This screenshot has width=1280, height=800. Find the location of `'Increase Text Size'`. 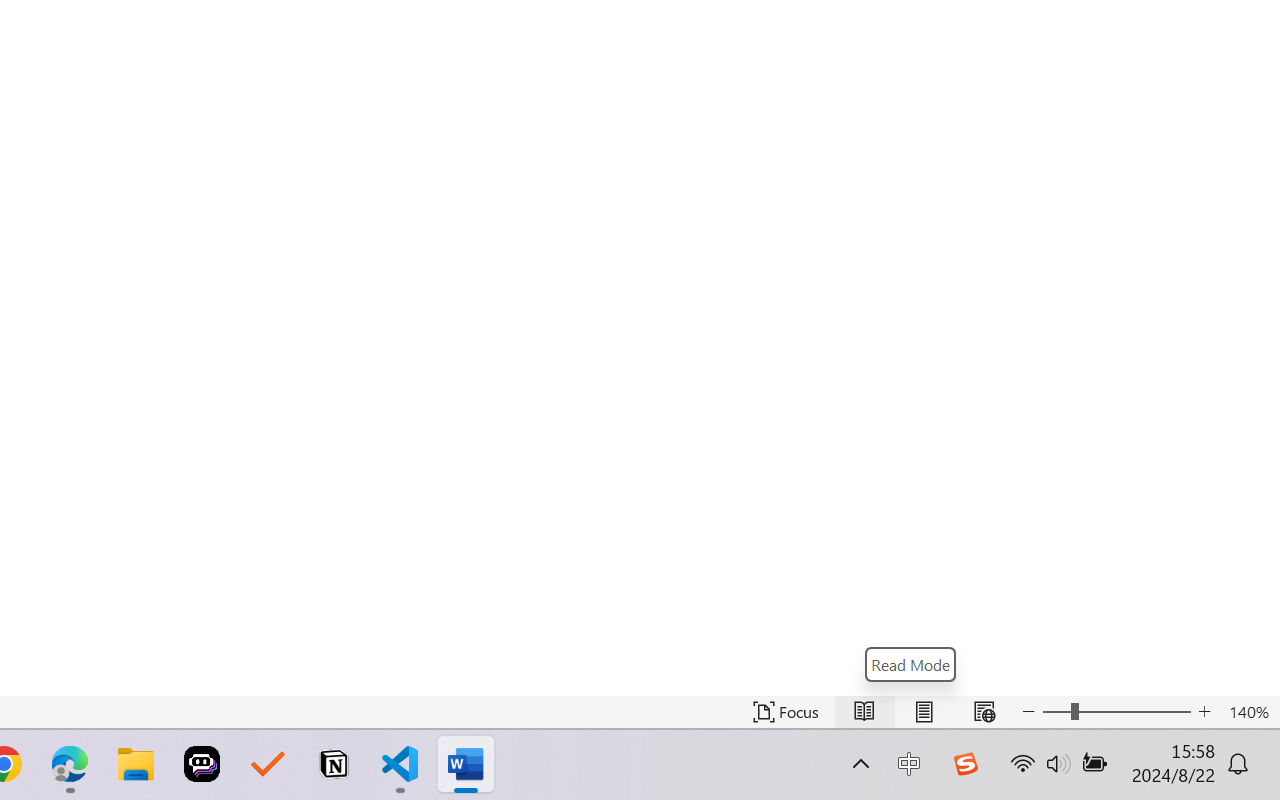

'Increase Text Size' is located at coordinates (1204, 711).